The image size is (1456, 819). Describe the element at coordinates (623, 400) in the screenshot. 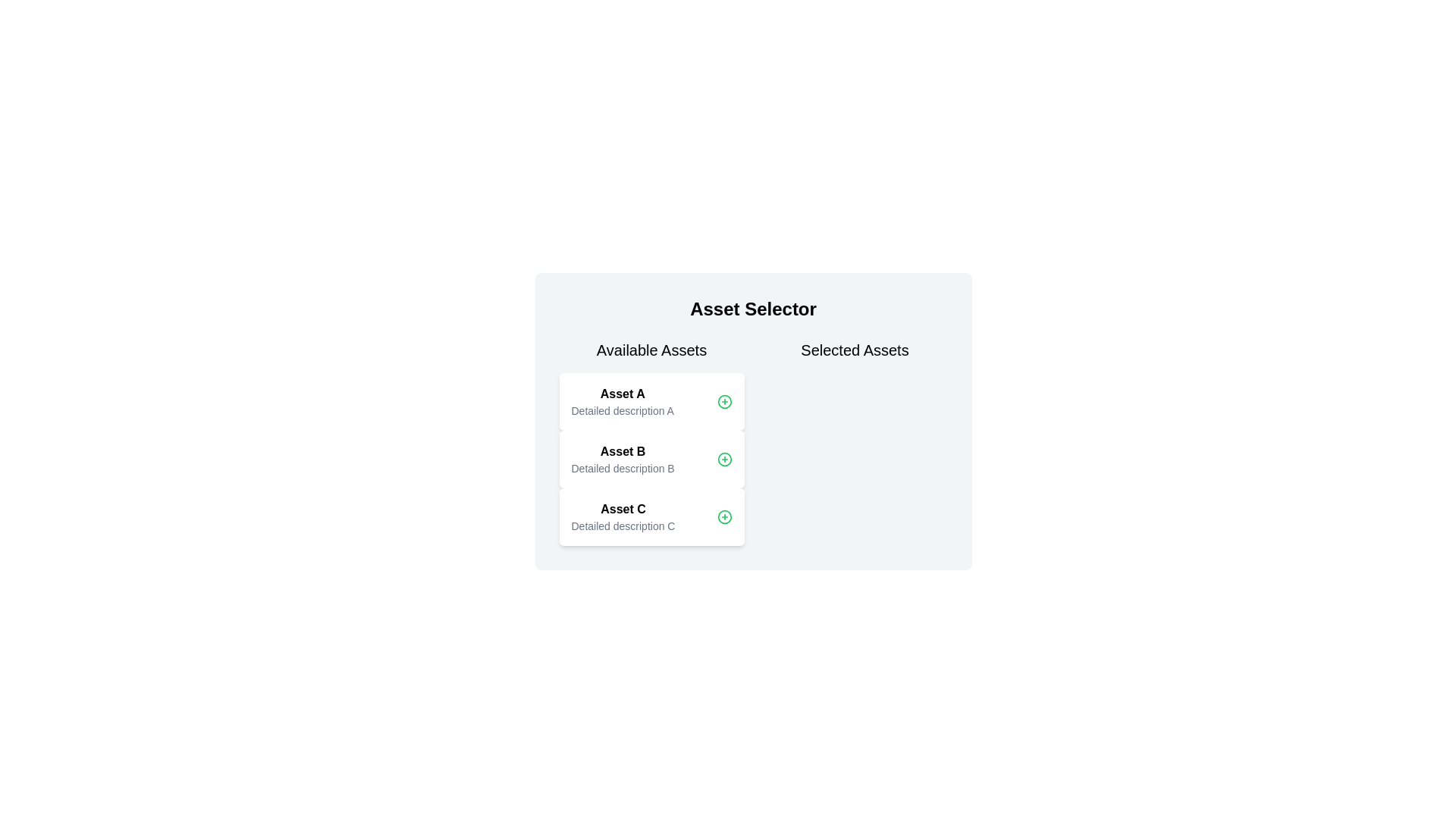

I see `the text label displaying information about 'Asset A' in the 'Available Assets' column` at that location.